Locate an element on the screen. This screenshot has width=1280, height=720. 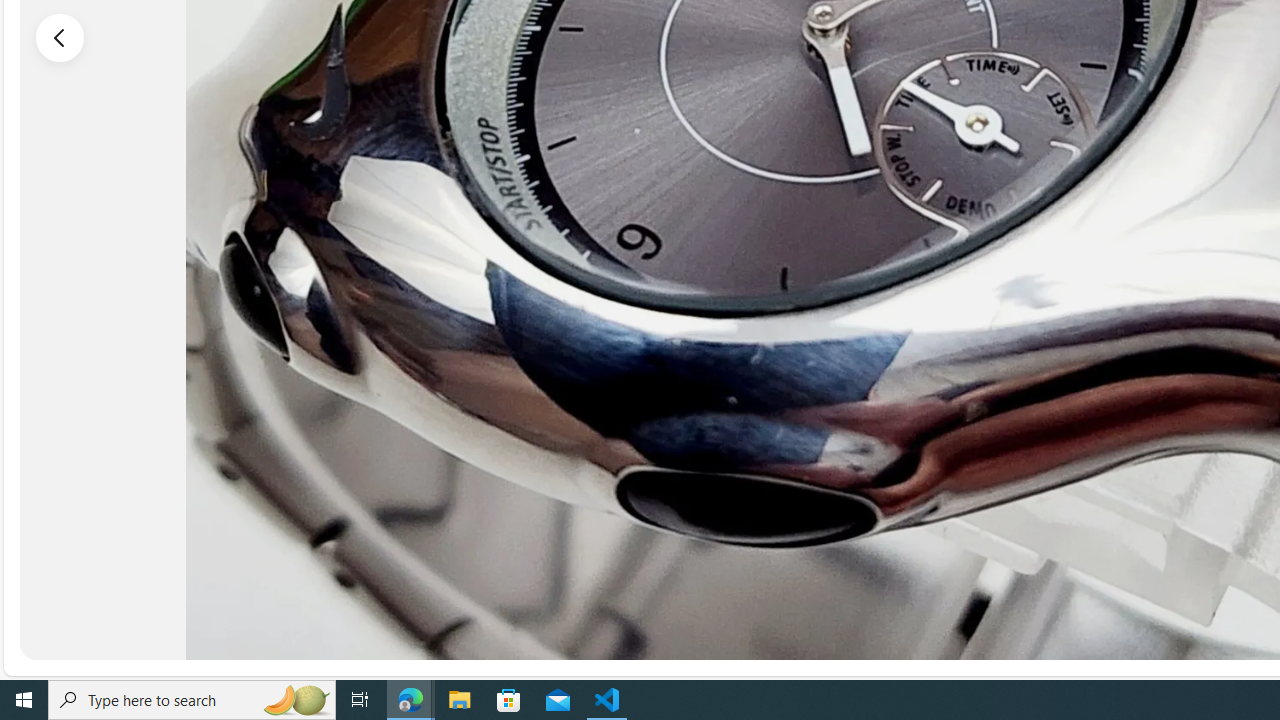
'Previous image - Item images thumbnails' is located at coordinates (60, 37).